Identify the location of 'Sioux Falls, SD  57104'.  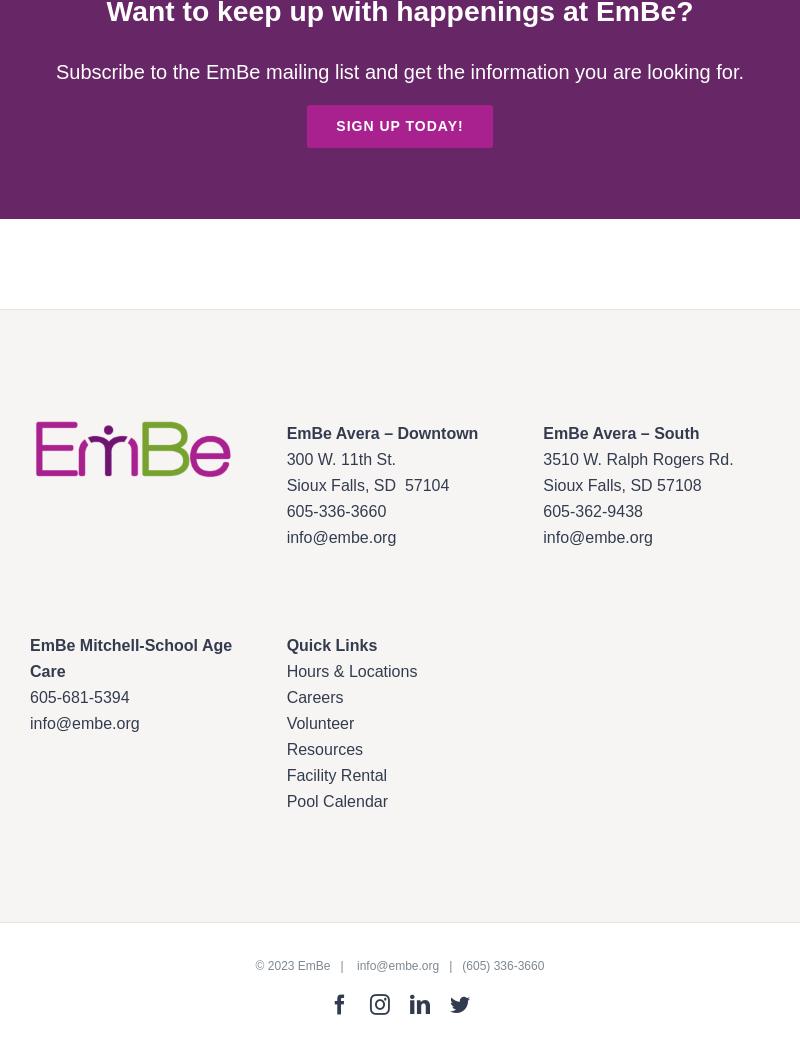
(367, 485).